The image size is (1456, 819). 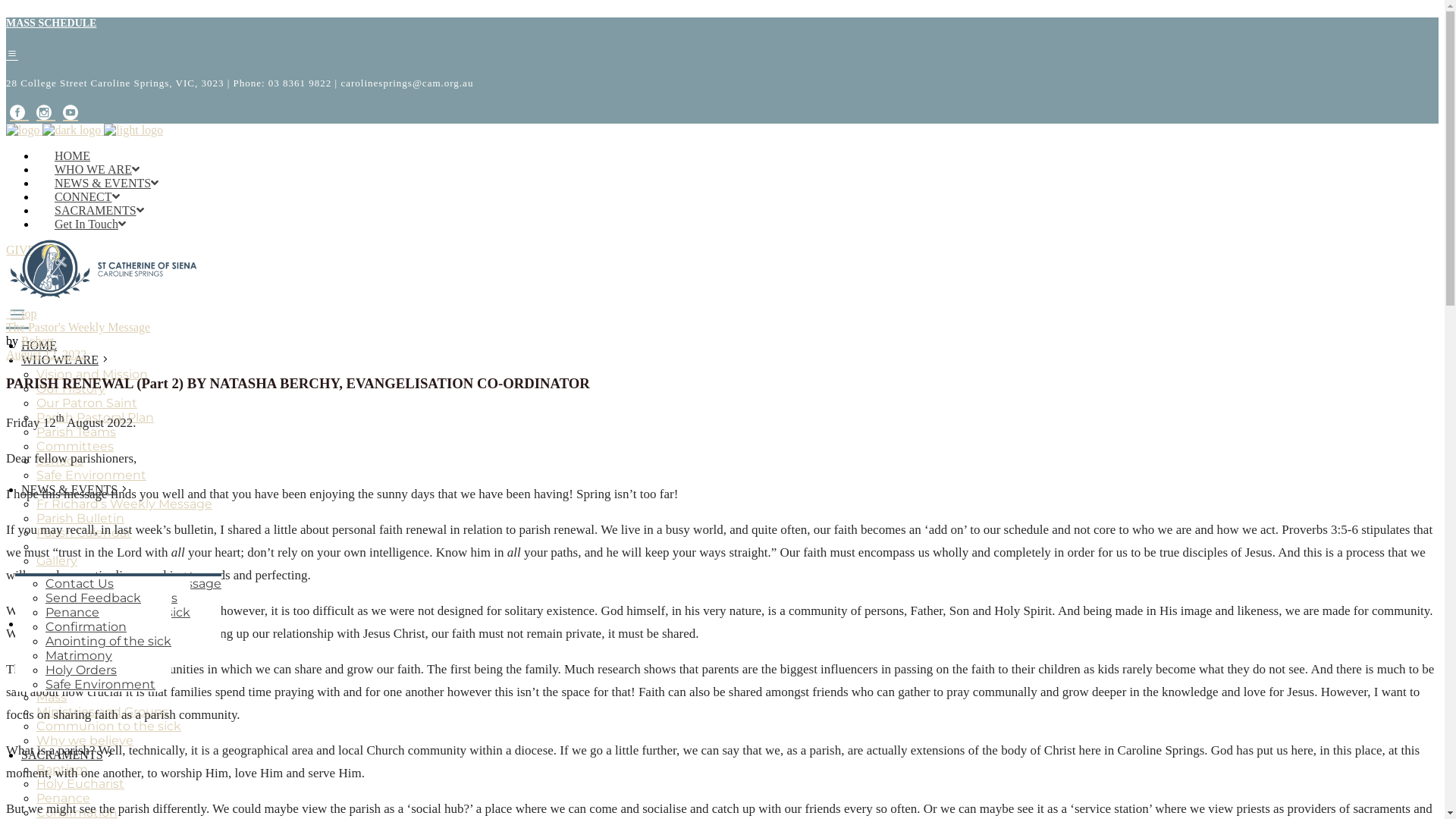 What do you see at coordinates (21, 312) in the screenshot?
I see `'top'` at bounding box center [21, 312].